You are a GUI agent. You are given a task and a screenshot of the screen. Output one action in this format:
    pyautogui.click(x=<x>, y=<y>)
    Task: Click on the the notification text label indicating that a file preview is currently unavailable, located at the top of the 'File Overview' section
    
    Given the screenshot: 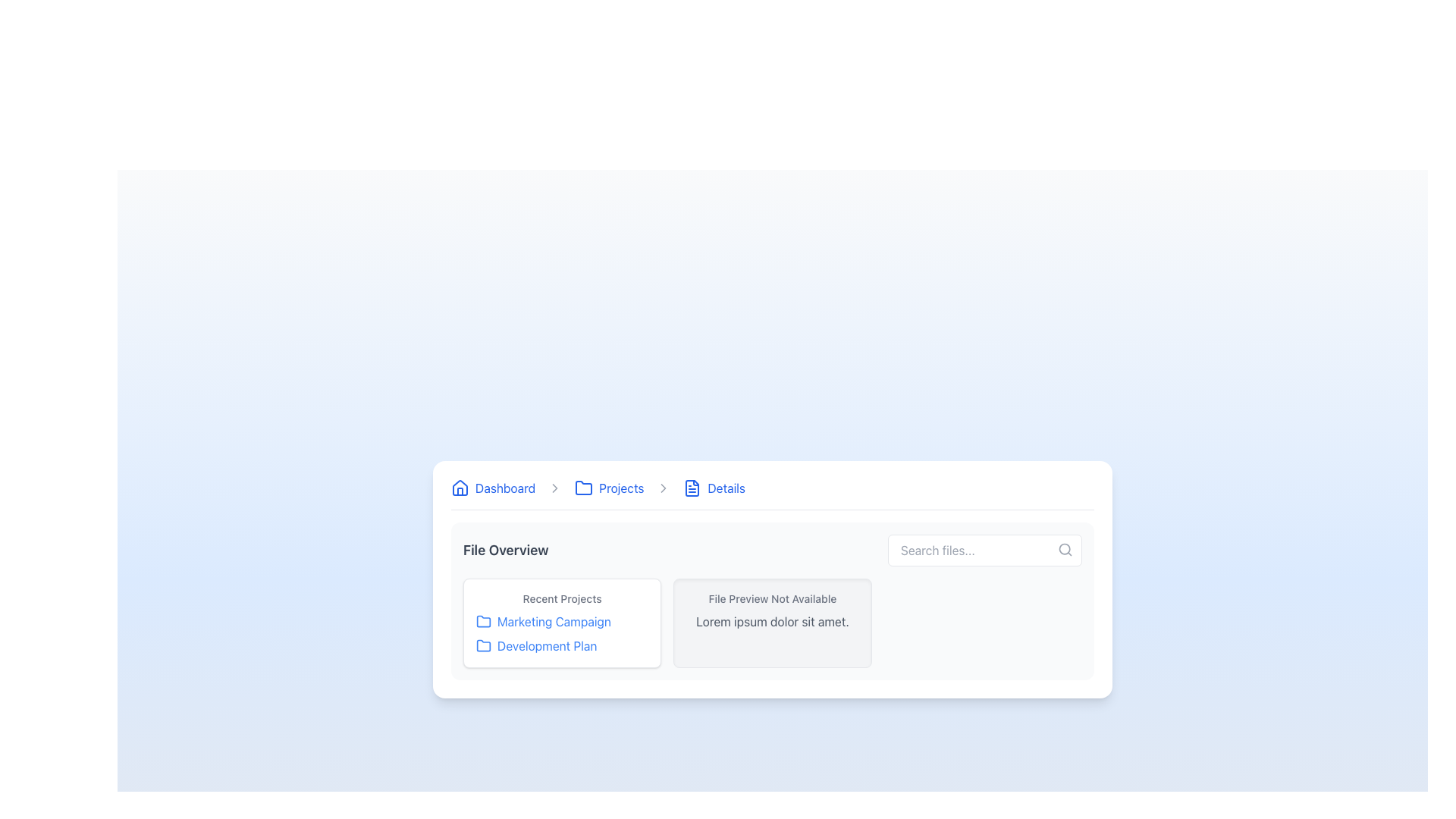 What is the action you would take?
    pyautogui.click(x=772, y=598)
    